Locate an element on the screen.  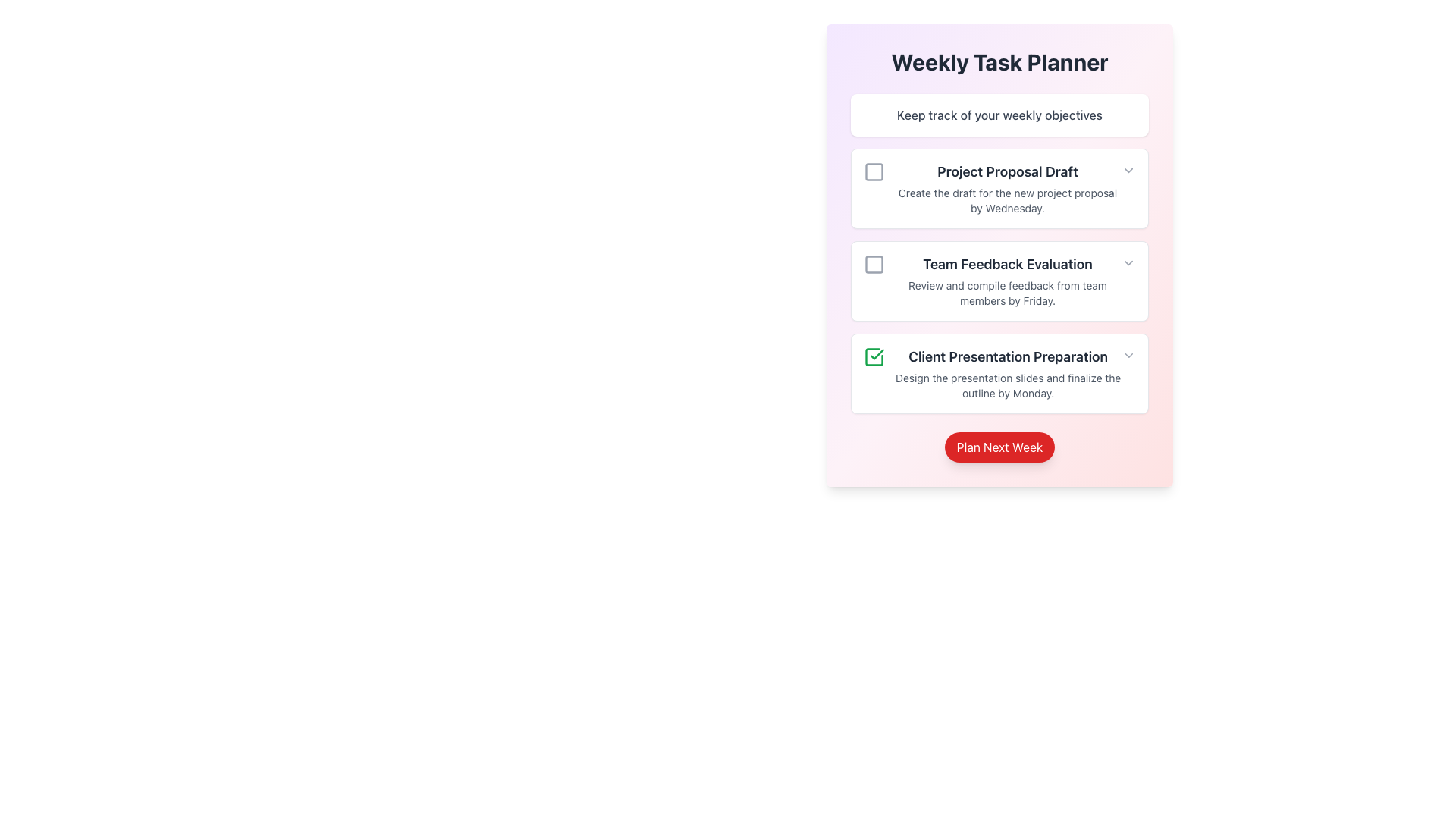
text label that says 'Review and compile feedback from team members by Friday.' which is located under the heading 'Team Feedback Evaluation' in the 'Weekly Task Planner' interface is located at coordinates (1008, 293).